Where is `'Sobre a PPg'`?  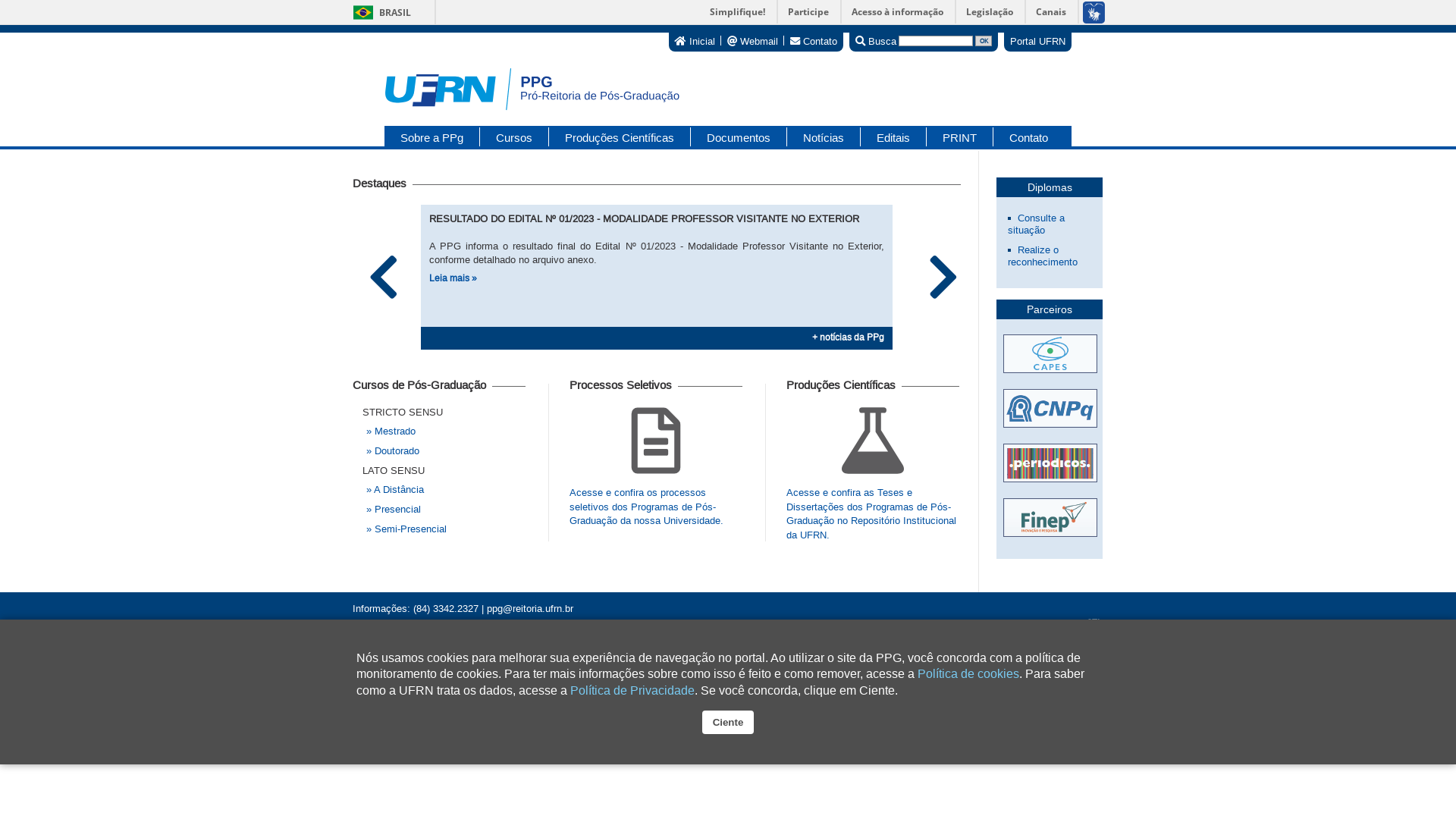
'Sobre a PPg' is located at coordinates (431, 136).